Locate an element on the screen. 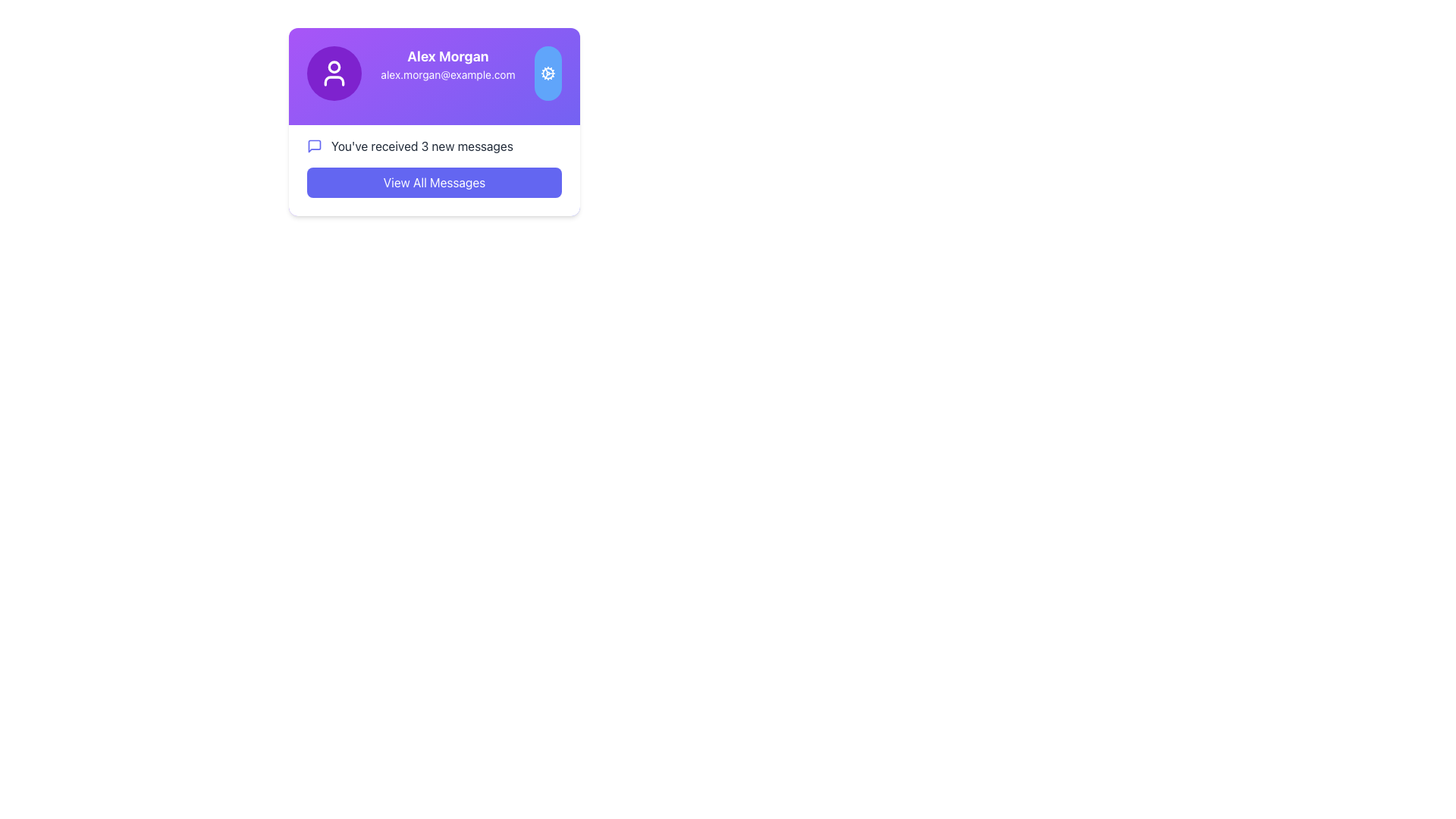 This screenshot has height=819, width=1456. notification message that states 'You've received 3 new messages' located at the center of the notification element is located at coordinates (433, 146).